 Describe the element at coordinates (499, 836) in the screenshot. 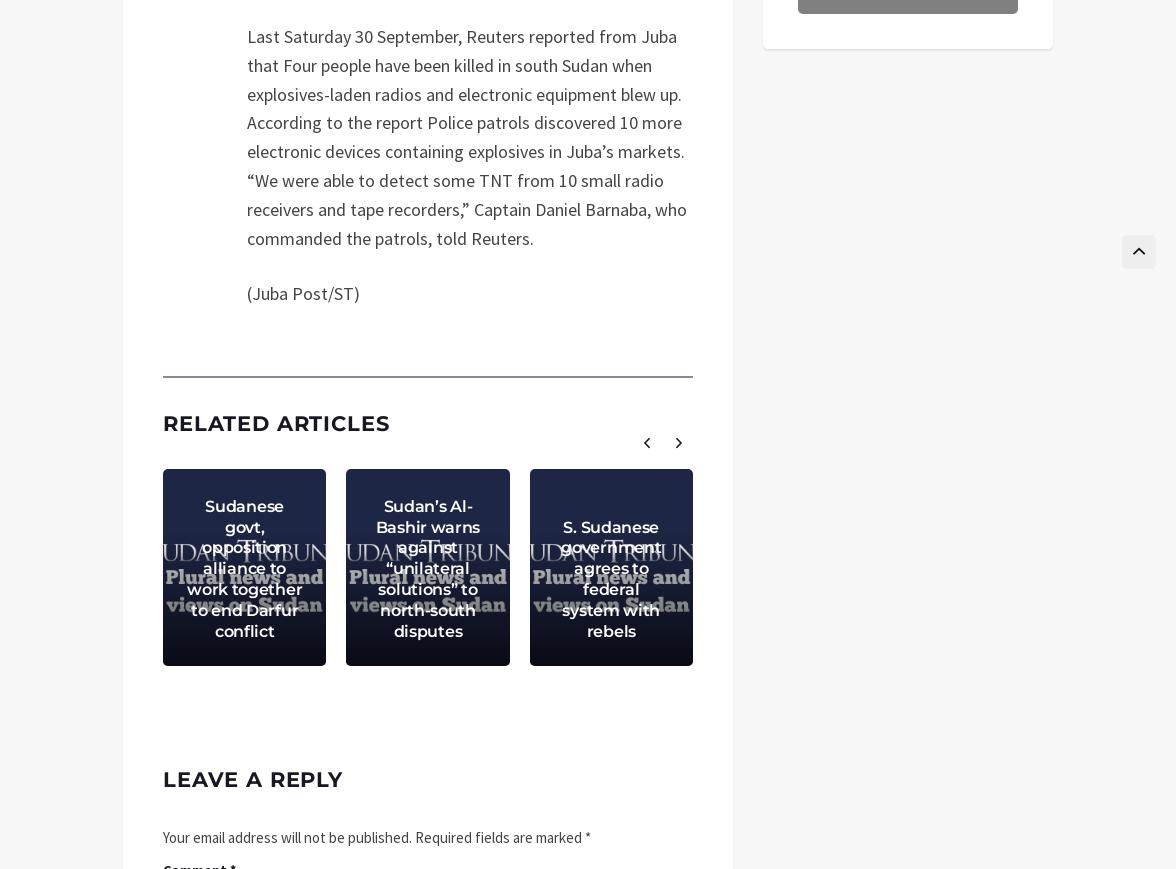

I see `'Required fields are marked'` at that location.